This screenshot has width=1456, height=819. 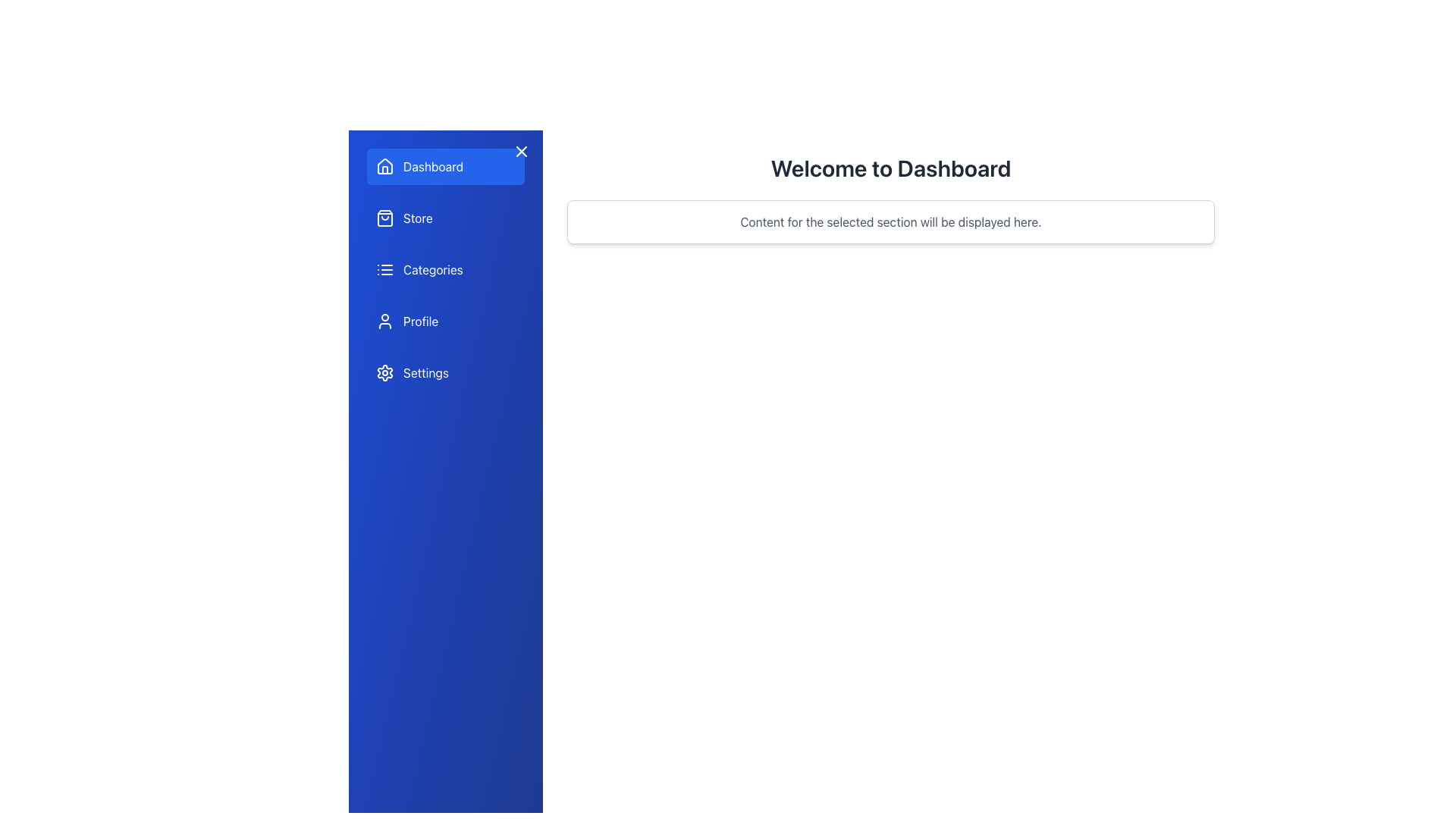 I want to click on the house-shaped icon element located in the left-side navigation menu under the 'Dashboard' section, so click(x=385, y=166).